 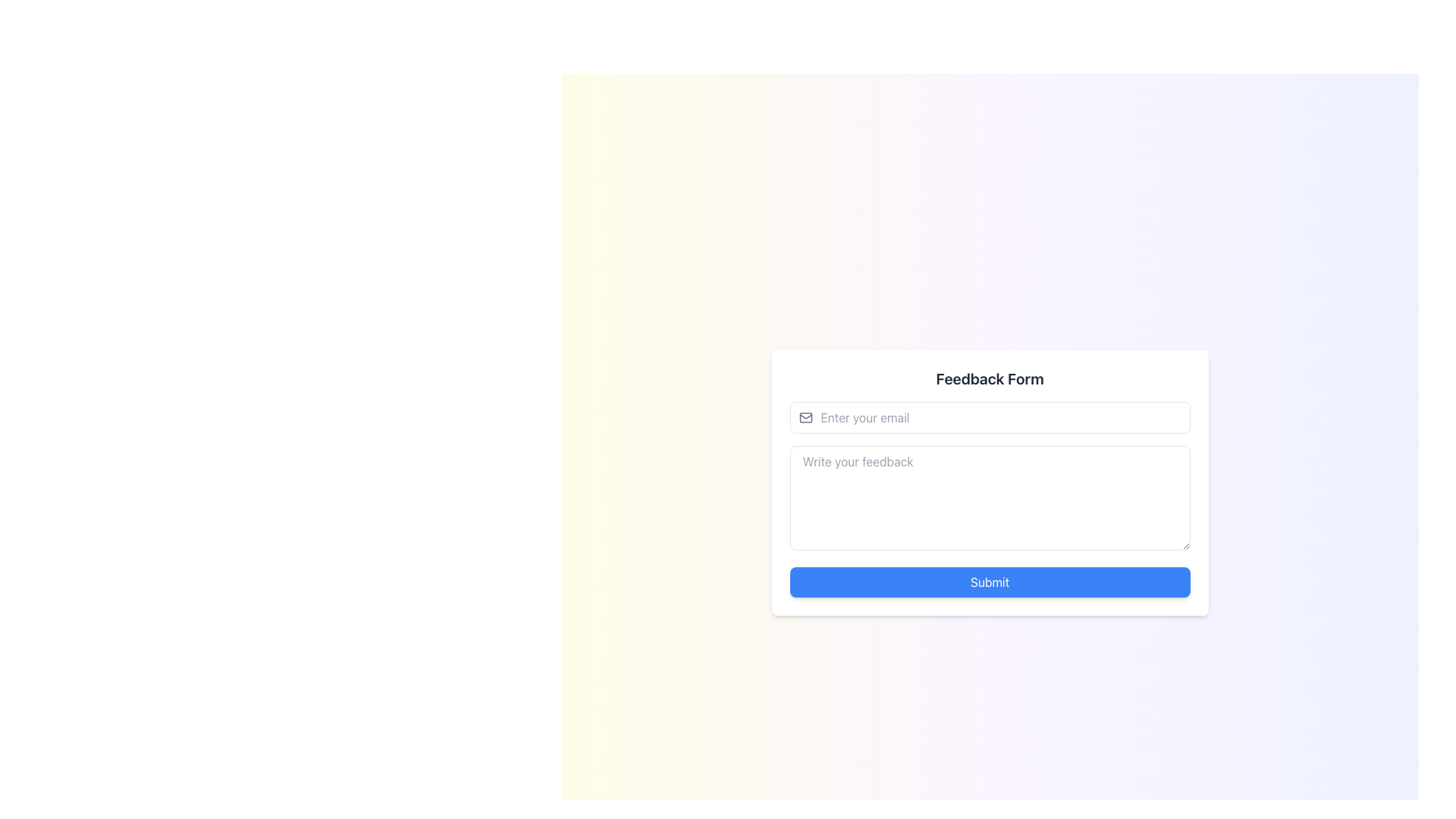 I want to click on the mail envelope icon, which is a gray SVG outline positioned to the left of the 'Enter your email' input field, so click(x=805, y=418).